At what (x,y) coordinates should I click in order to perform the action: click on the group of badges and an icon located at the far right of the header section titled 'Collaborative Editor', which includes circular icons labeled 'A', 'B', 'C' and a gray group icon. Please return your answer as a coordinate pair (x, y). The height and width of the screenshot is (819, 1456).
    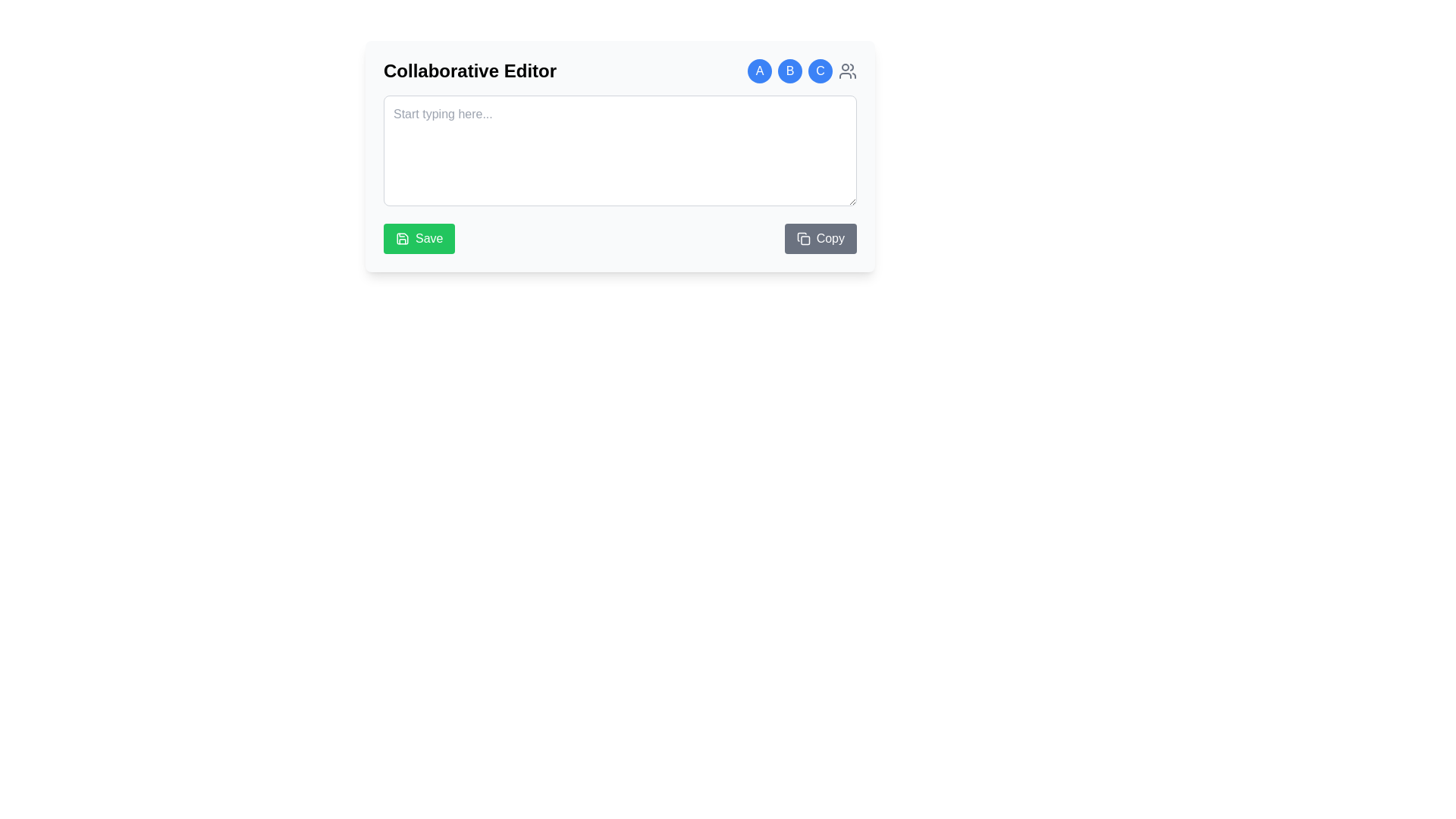
    Looking at the image, I should click on (801, 71).